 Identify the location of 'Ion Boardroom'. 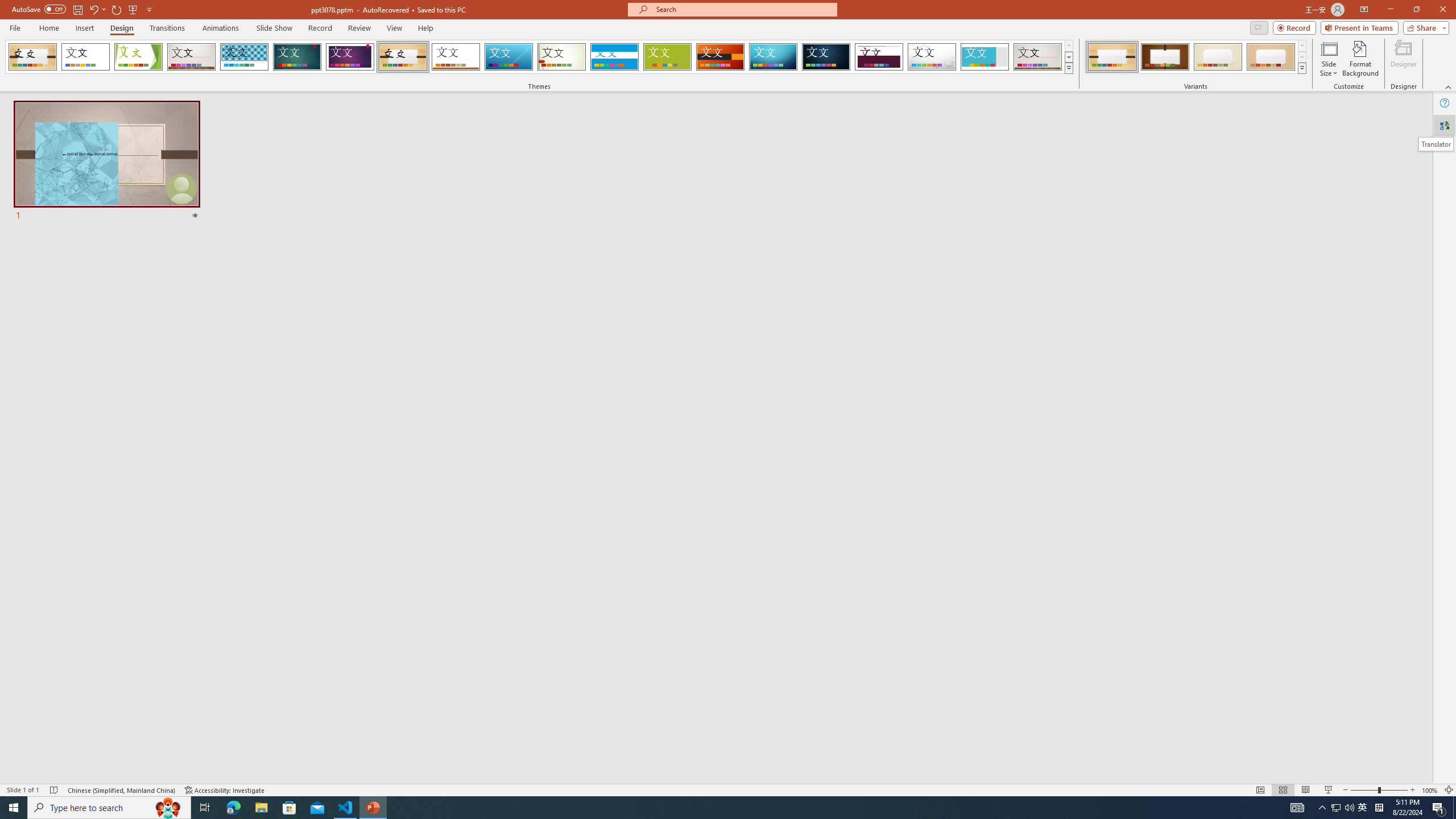
(350, 56).